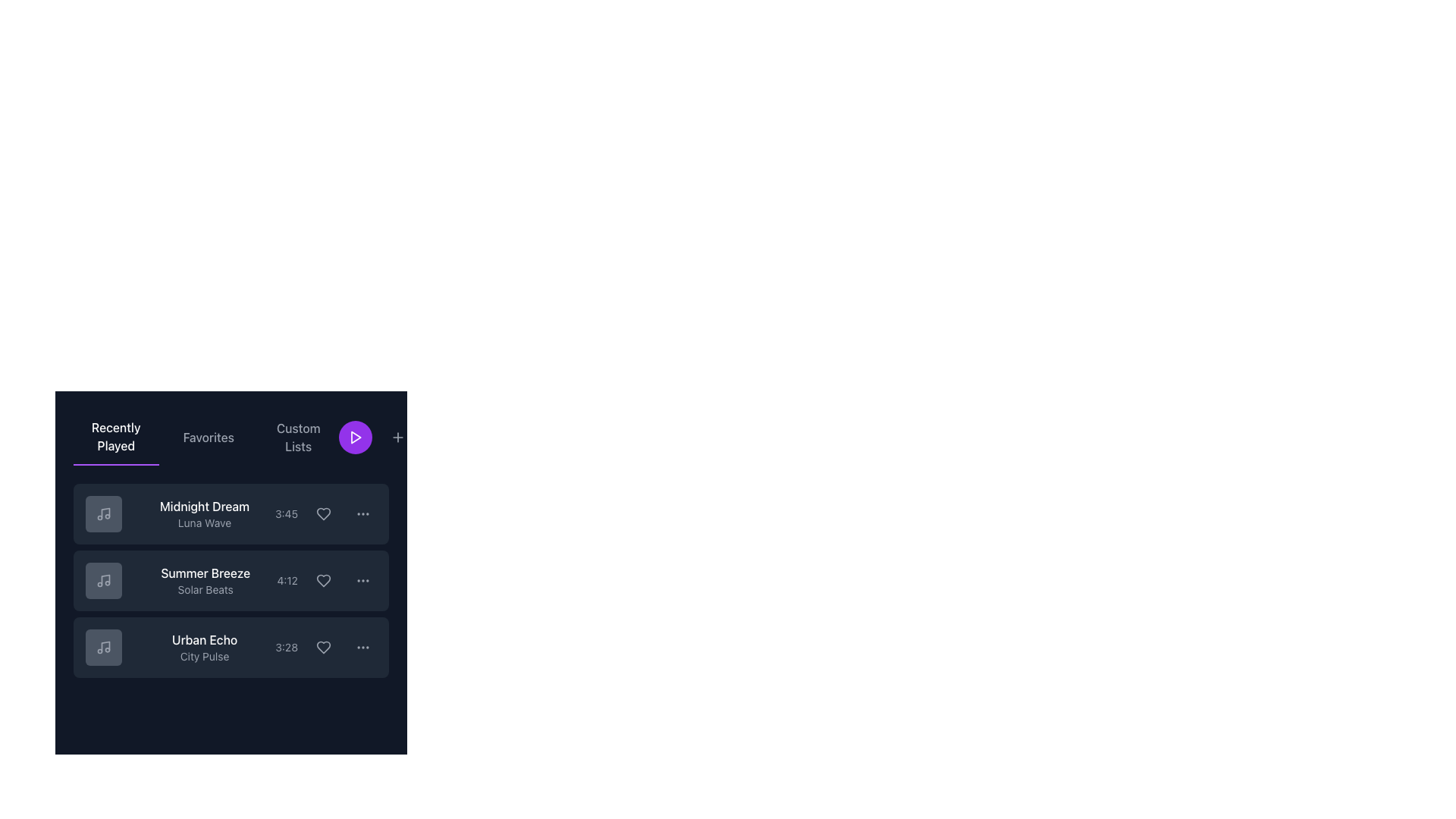  I want to click on the static text label displaying '3:45', which indicates the duration of the audio track 'Midnight Dream' by Luna Wave, to trigger the tooltip or highlight, so click(287, 513).